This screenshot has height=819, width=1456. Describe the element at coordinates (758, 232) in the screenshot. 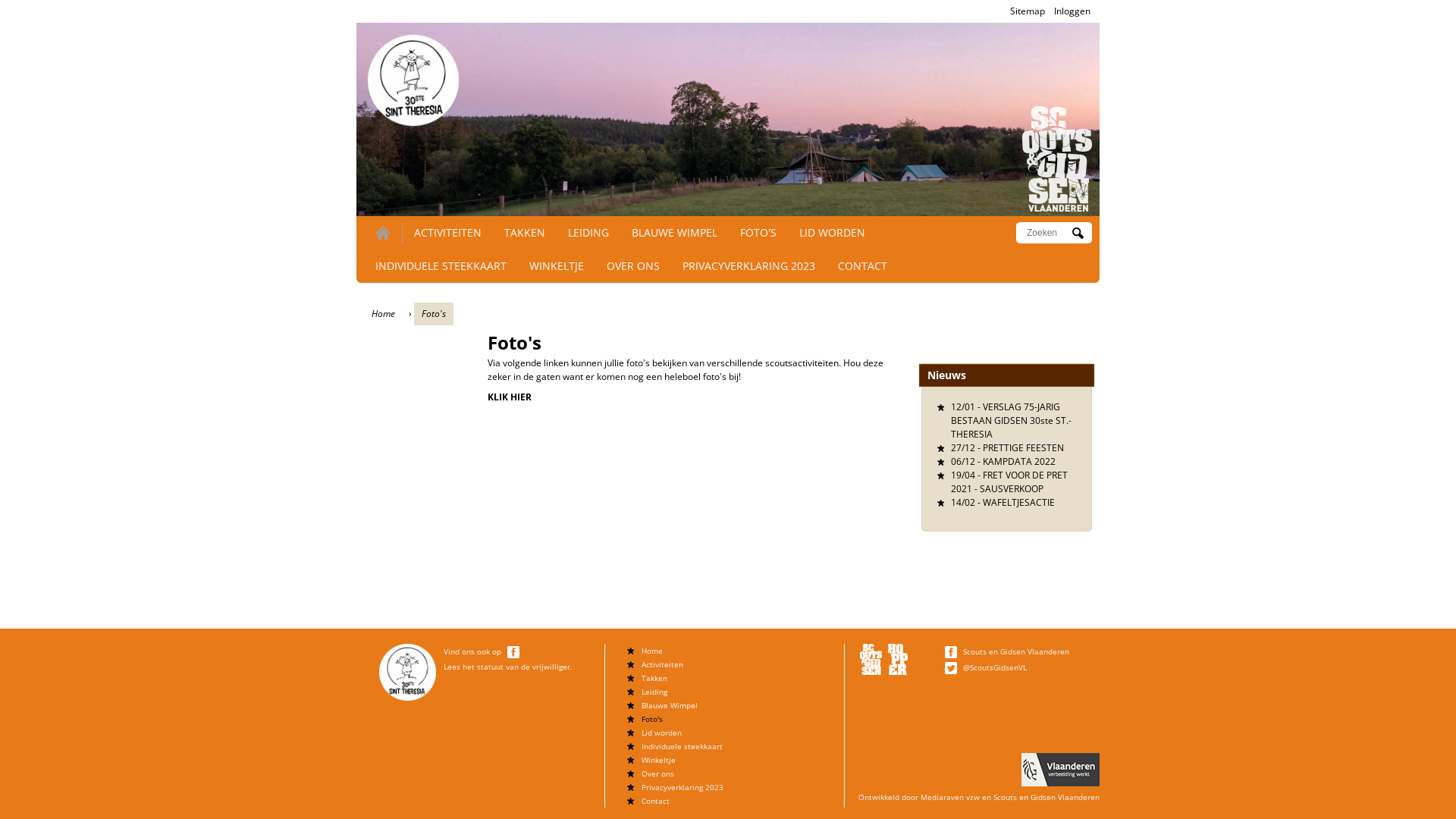

I see `'FOTO'S'` at that location.